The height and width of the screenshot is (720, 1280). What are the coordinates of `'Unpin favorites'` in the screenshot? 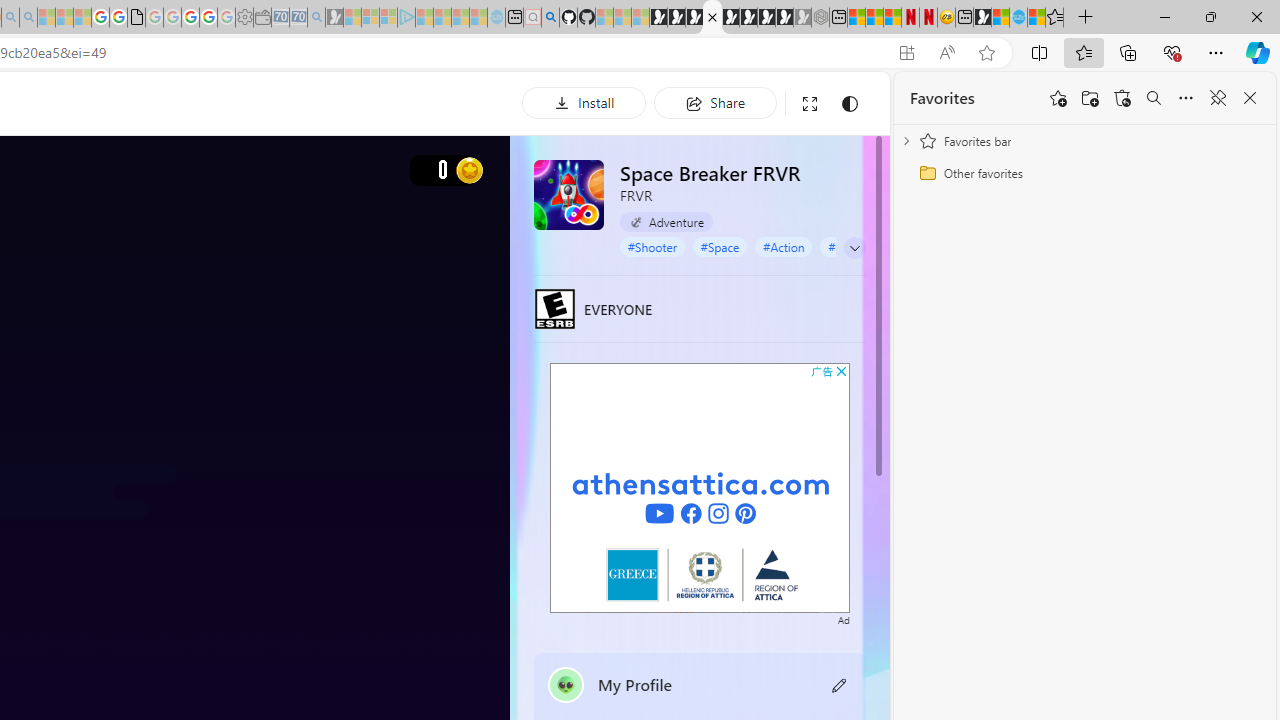 It's located at (1216, 98).